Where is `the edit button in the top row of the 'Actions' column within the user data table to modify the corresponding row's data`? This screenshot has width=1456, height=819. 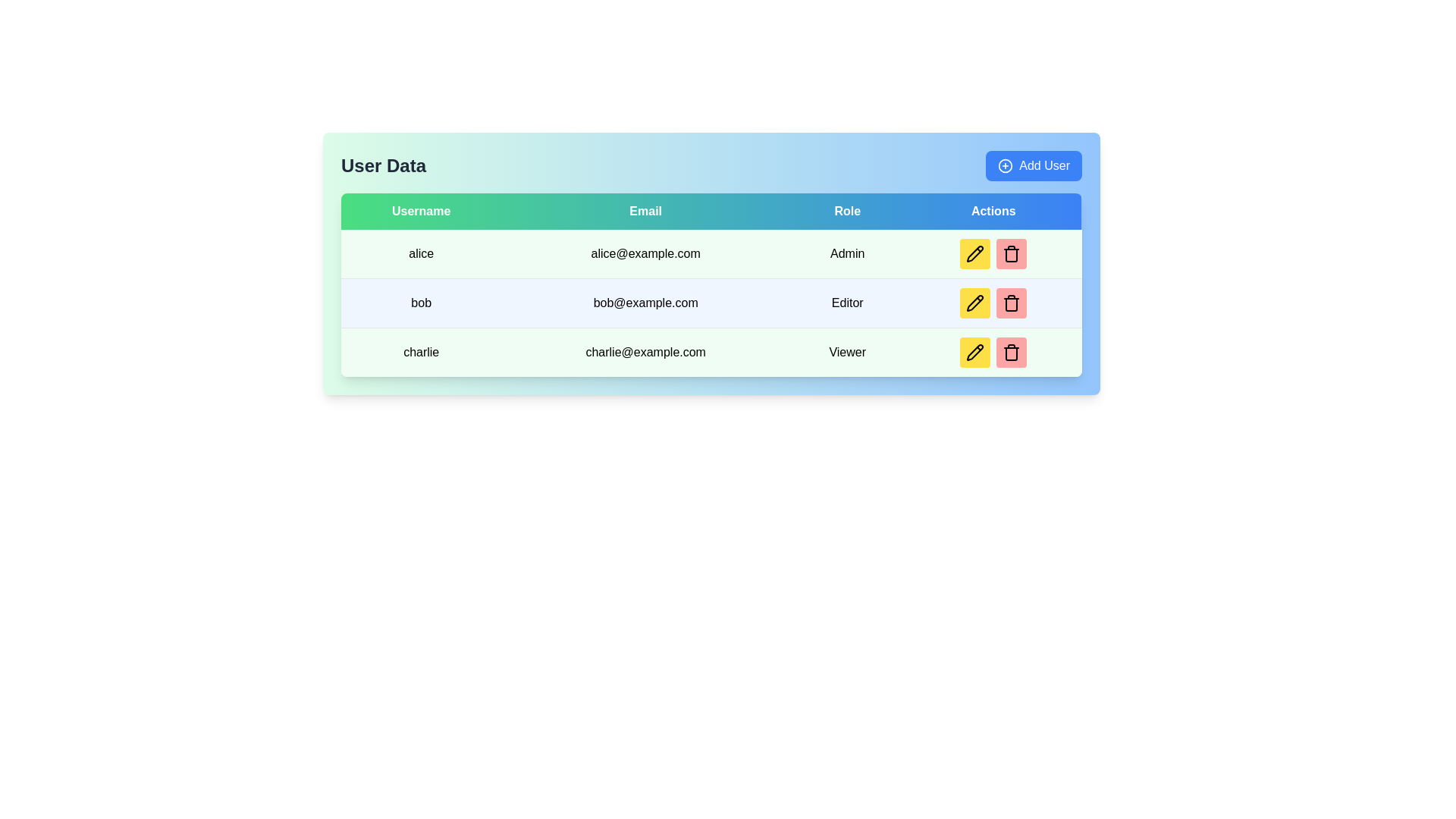 the edit button in the top row of the 'Actions' column within the user data table to modify the corresponding row's data is located at coordinates (975, 253).